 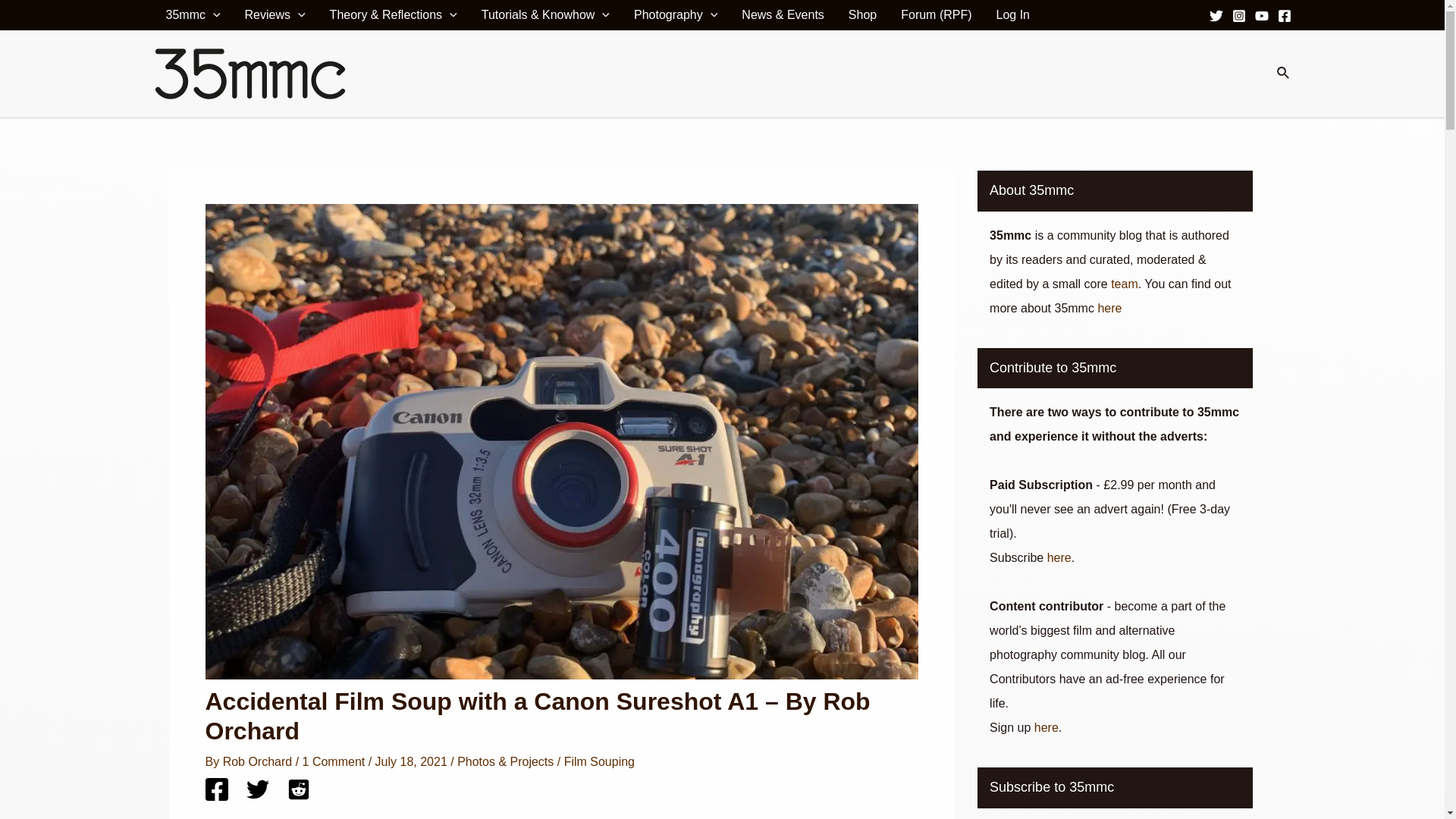 What do you see at coordinates (598, 761) in the screenshot?
I see `'Film Souping'` at bounding box center [598, 761].